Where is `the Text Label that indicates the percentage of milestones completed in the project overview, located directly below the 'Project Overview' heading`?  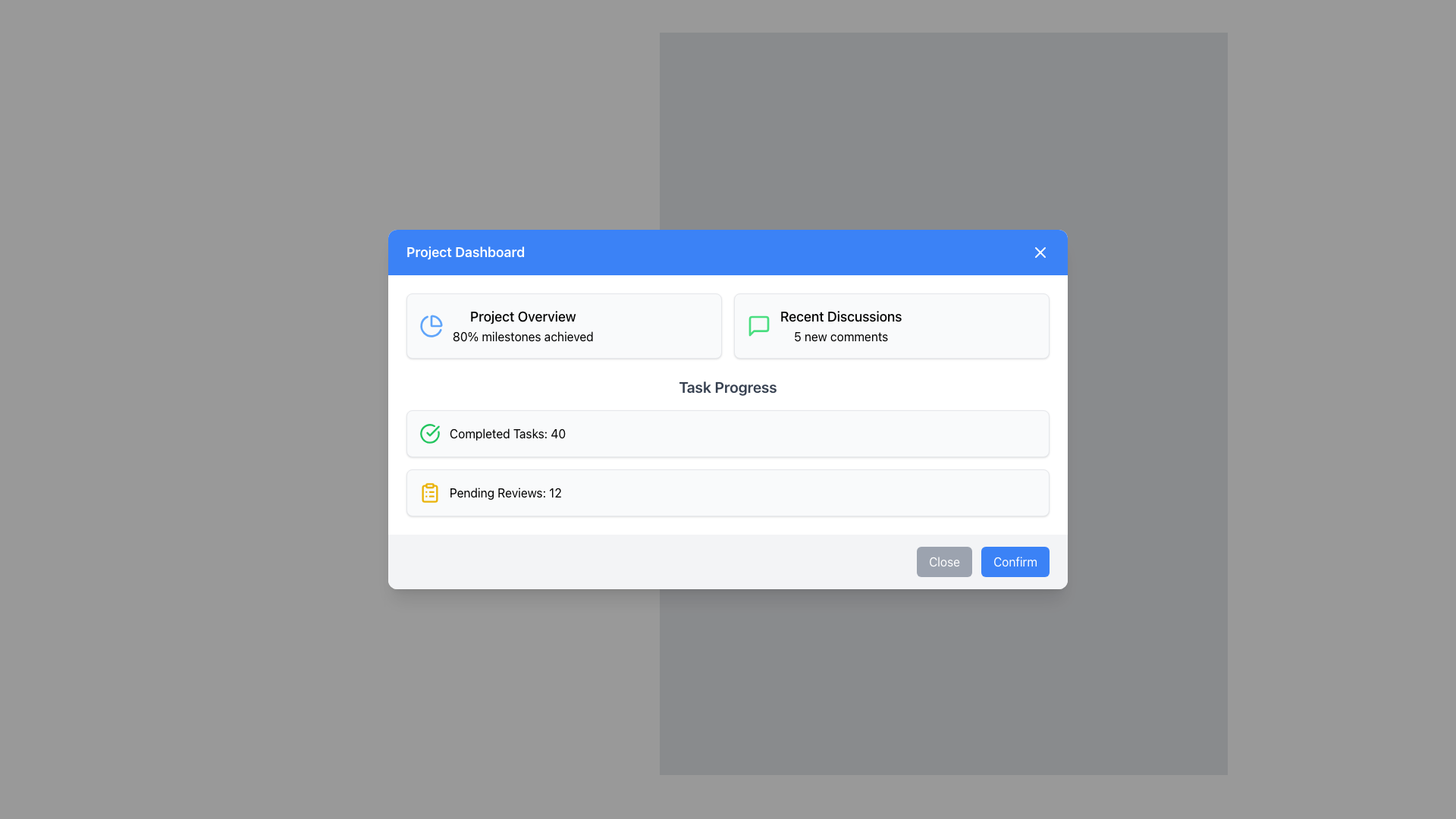 the Text Label that indicates the percentage of milestones completed in the project overview, located directly below the 'Project Overview' heading is located at coordinates (522, 335).